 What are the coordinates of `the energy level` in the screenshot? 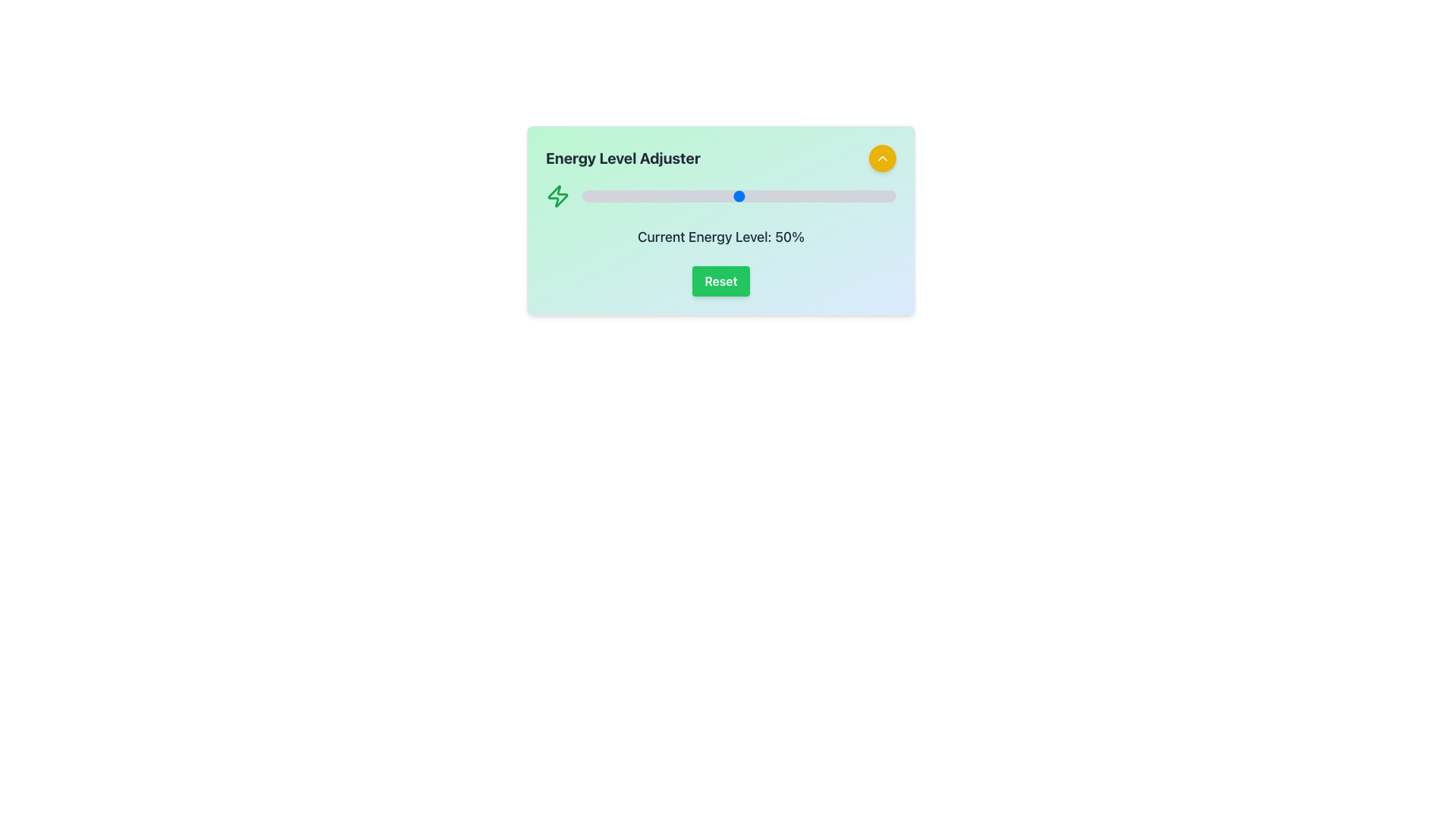 It's located at (669, 195).